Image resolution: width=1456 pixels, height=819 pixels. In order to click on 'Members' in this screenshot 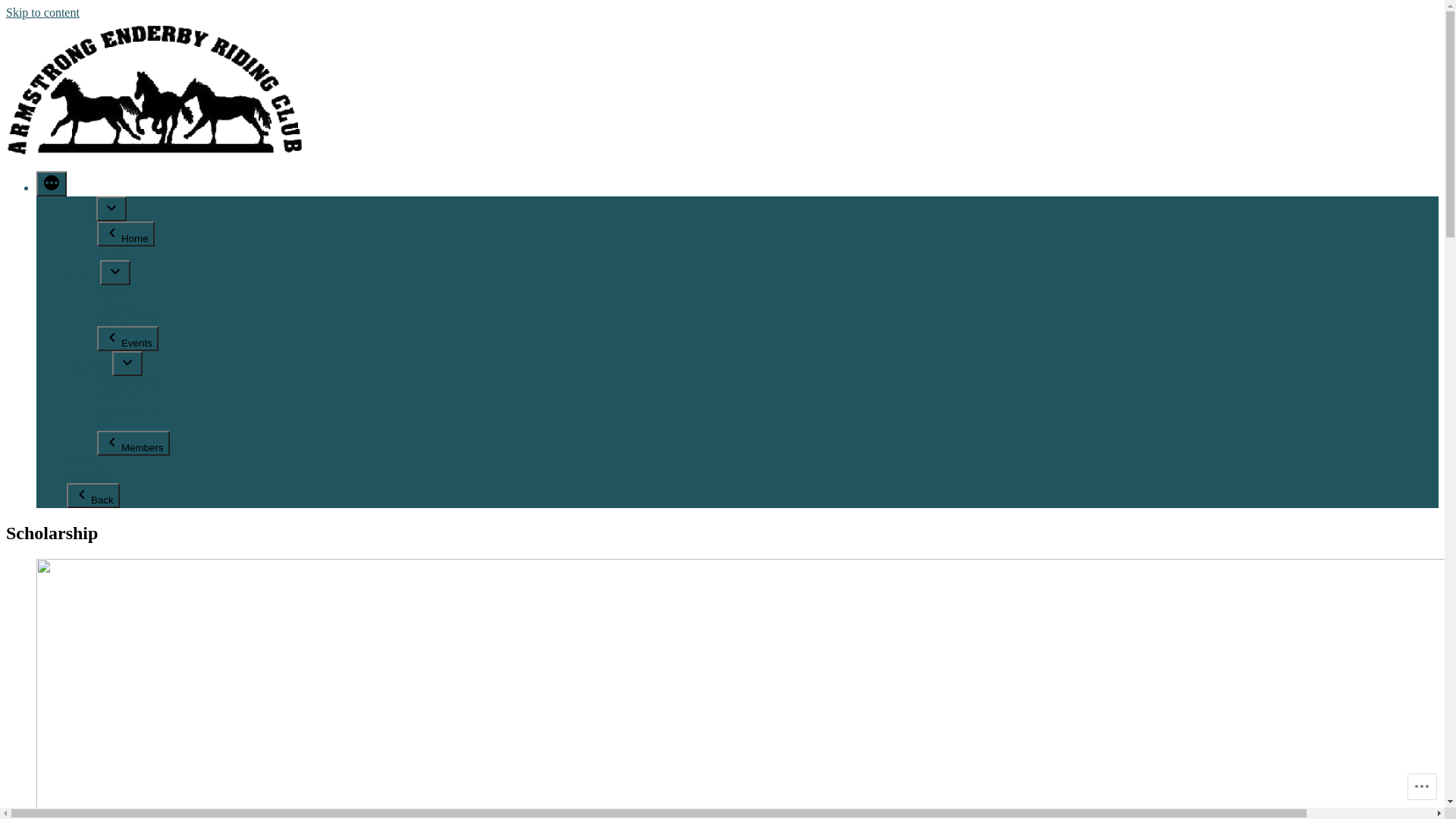, I will do `click(89, 367)`.